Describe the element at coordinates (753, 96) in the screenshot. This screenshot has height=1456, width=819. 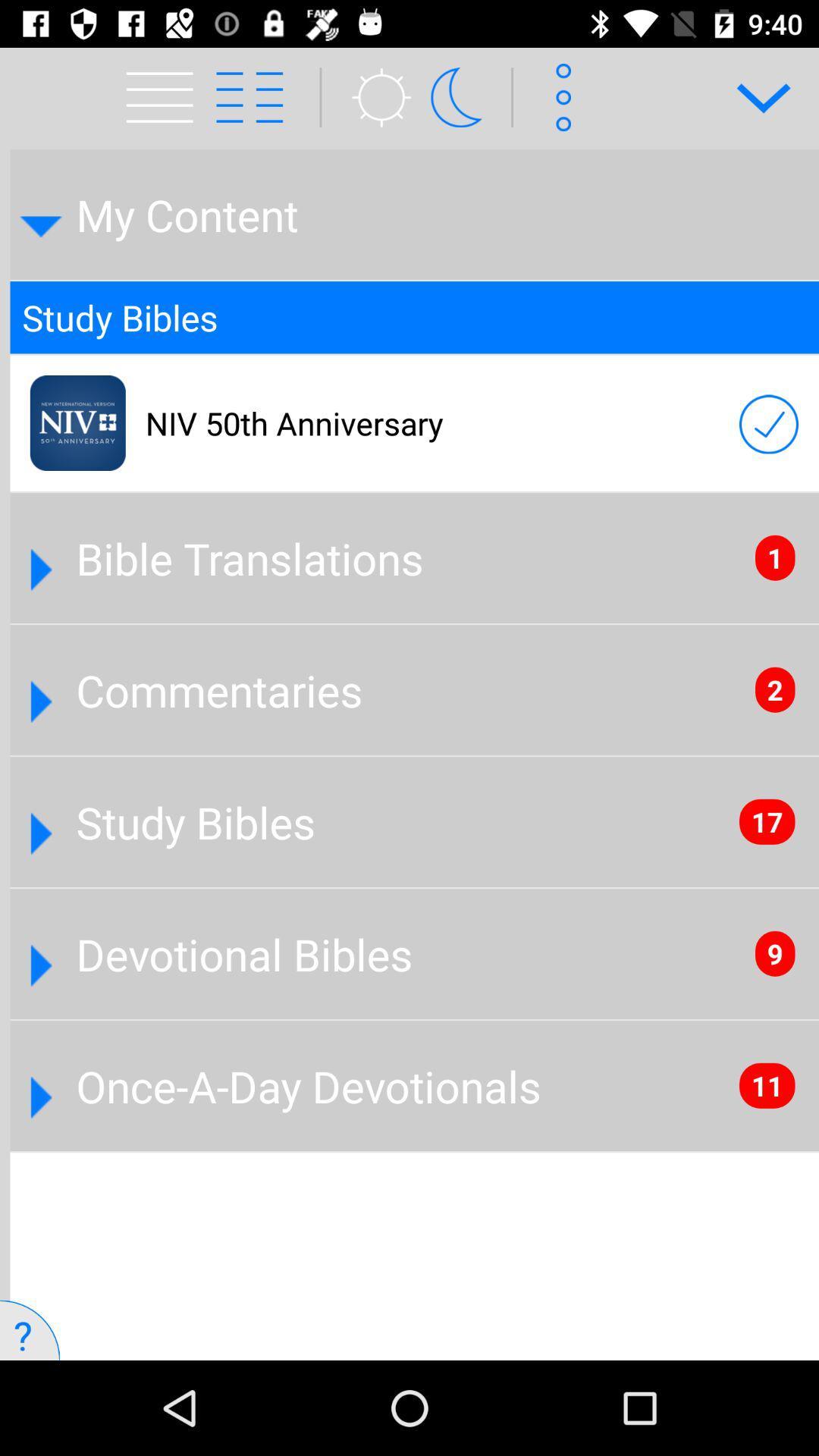
I see `the expand_more icon` at that location.